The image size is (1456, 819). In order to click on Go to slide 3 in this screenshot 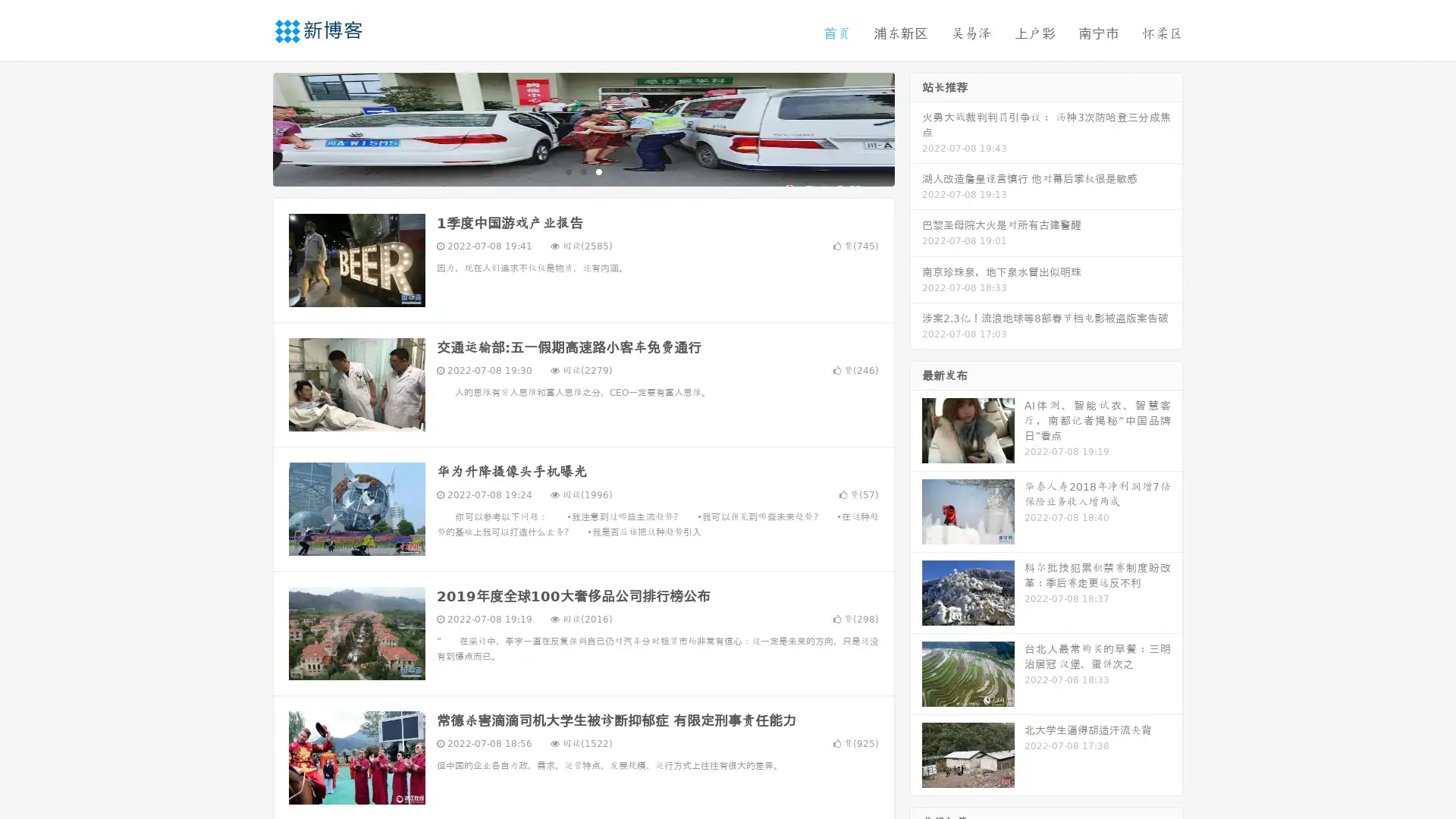, I will do `click(598, 171)`.